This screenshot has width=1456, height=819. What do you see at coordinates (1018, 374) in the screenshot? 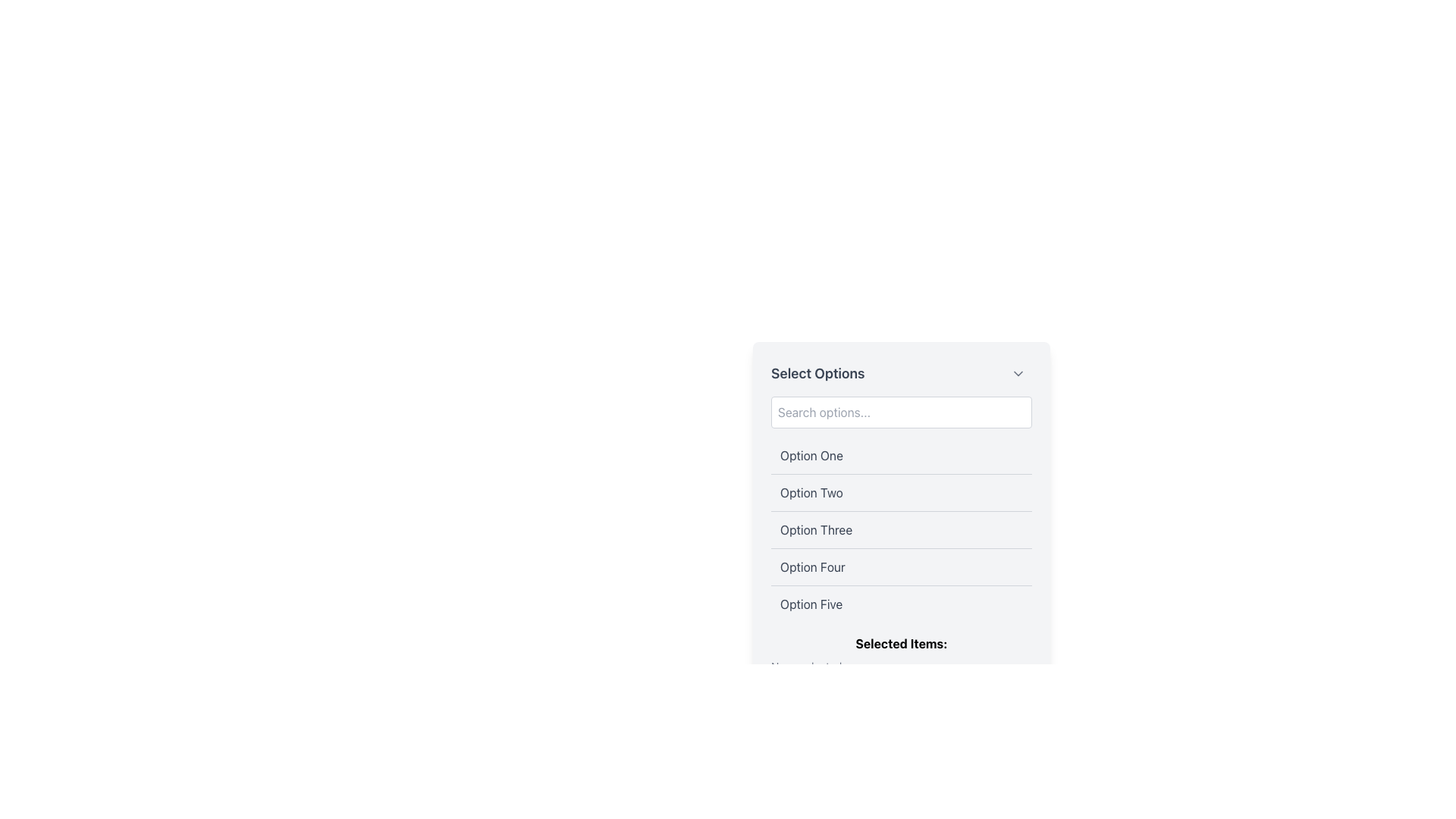
I see `the small gray chevron-down icon located on the right side of the 'Search options...' input field within the 'Select Options' dropdown menu` at bounding box center [1018, 374].